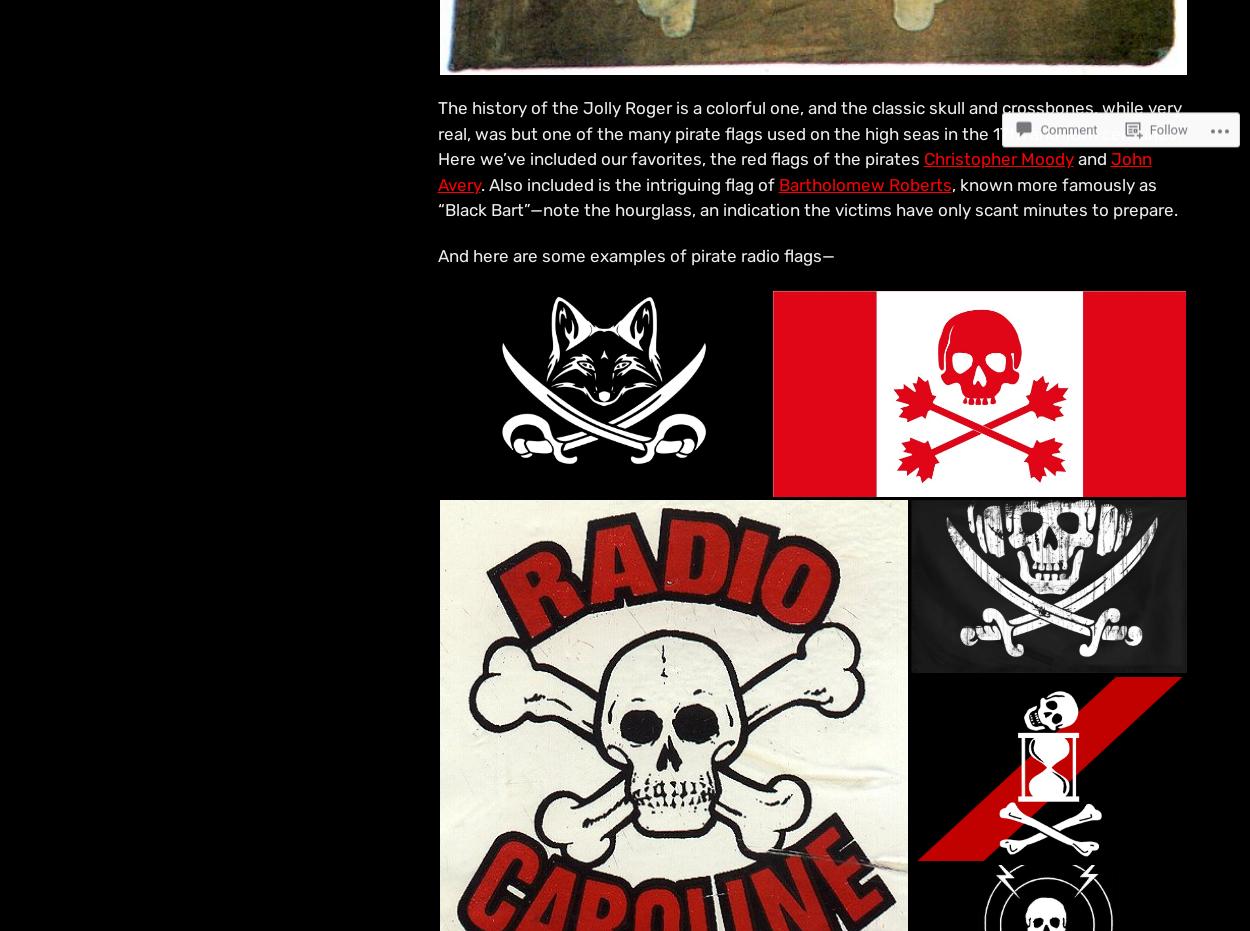 The width and height of the screenshot is (1250, 931). Describe the element at coordinates (437, 120) in the screenshot. I see `'The history of the Jolly Roger is a colorful one, and the classic skull and crossbones, while very real, was but one of the many pirate flags used on the high seas in the 17'` at that location.